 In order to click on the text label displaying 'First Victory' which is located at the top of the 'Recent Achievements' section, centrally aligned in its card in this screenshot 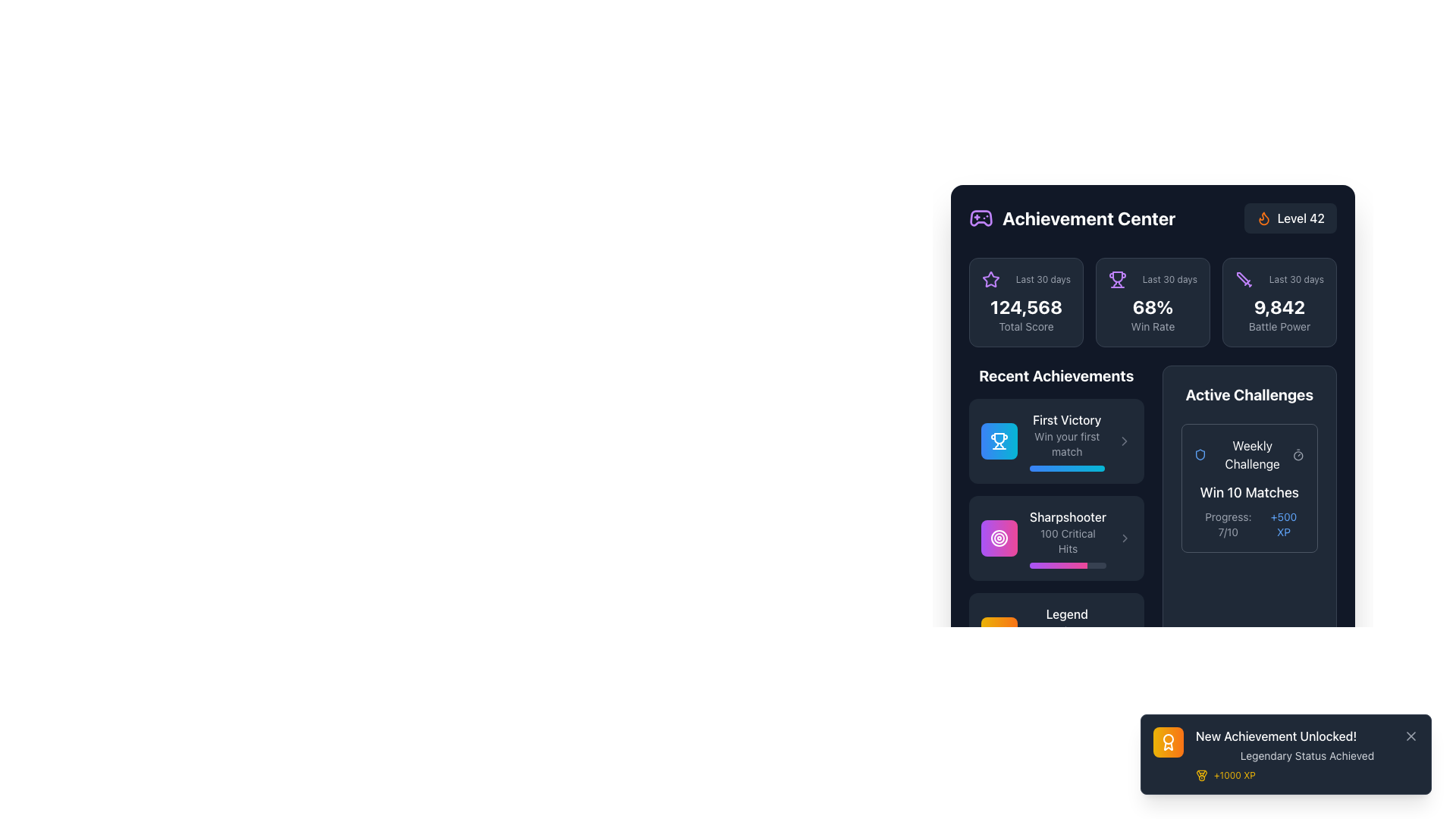, I will do `click(1066, 420)`.